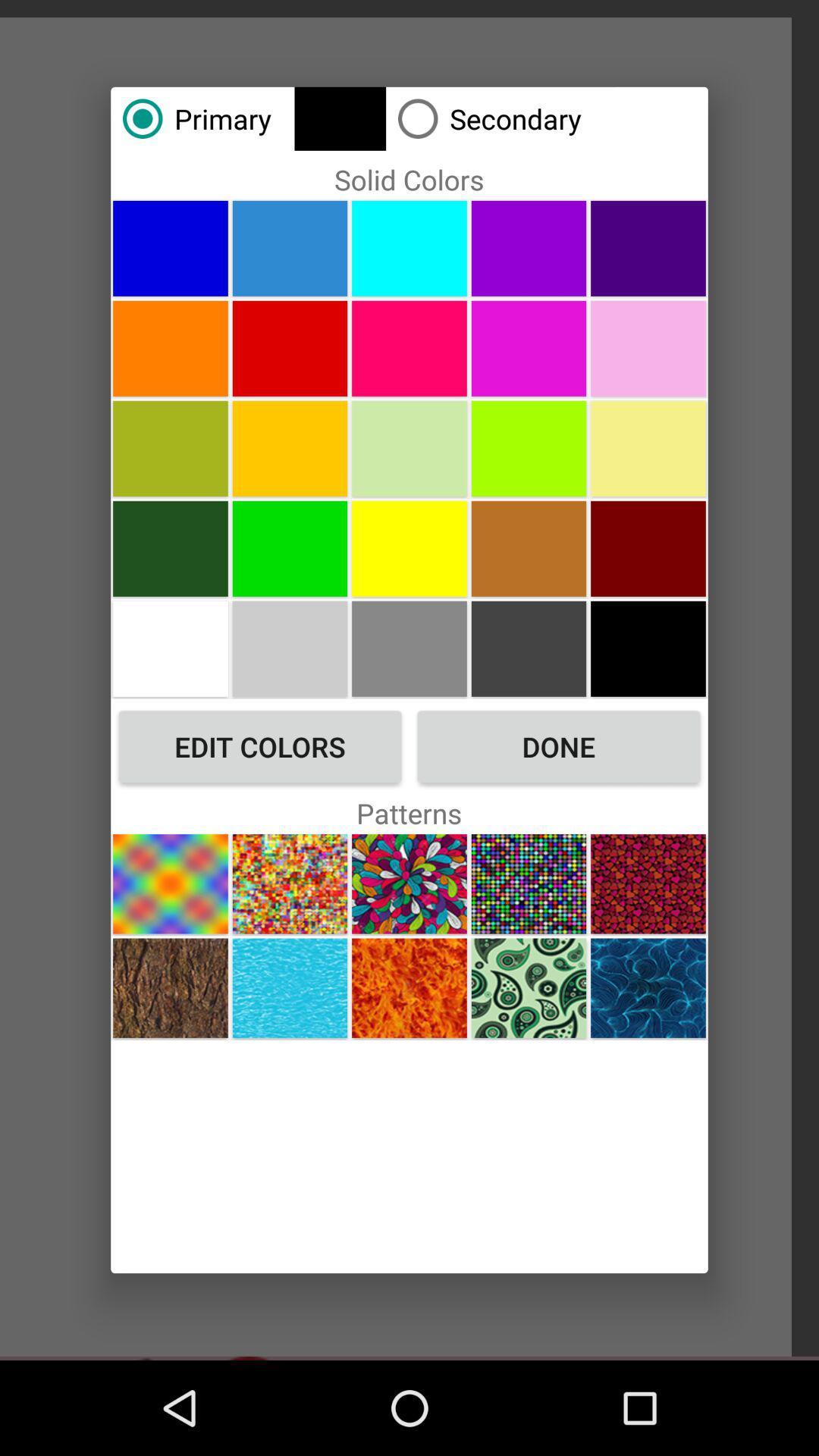 Image resolution: width=819 pixels, height=1456 pixels. What do you see at coordinates (648, 988) in the screenshot?
I see `choose a pattern` at bounding box center [648, 988].